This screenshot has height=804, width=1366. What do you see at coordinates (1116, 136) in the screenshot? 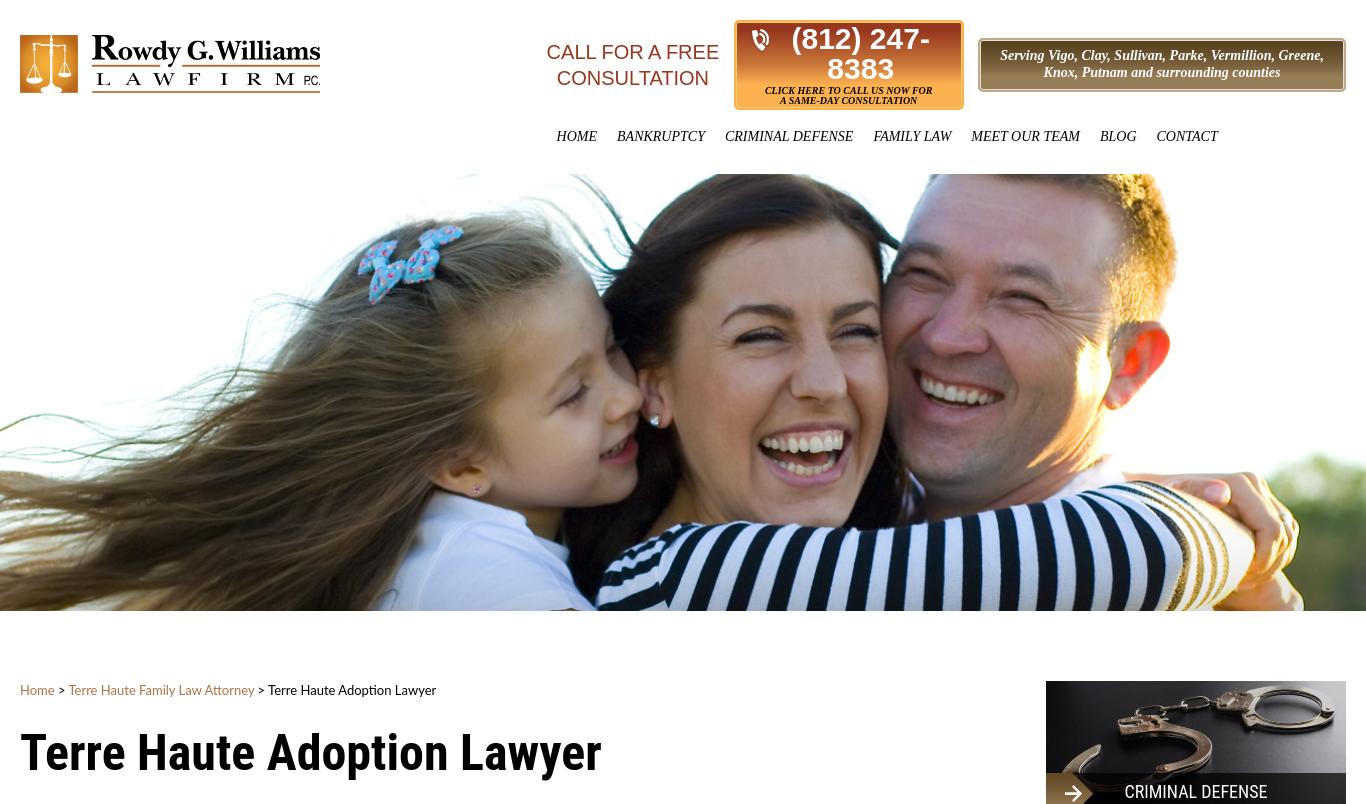
I see `'Blog'` at bounding box center [1116, 136].